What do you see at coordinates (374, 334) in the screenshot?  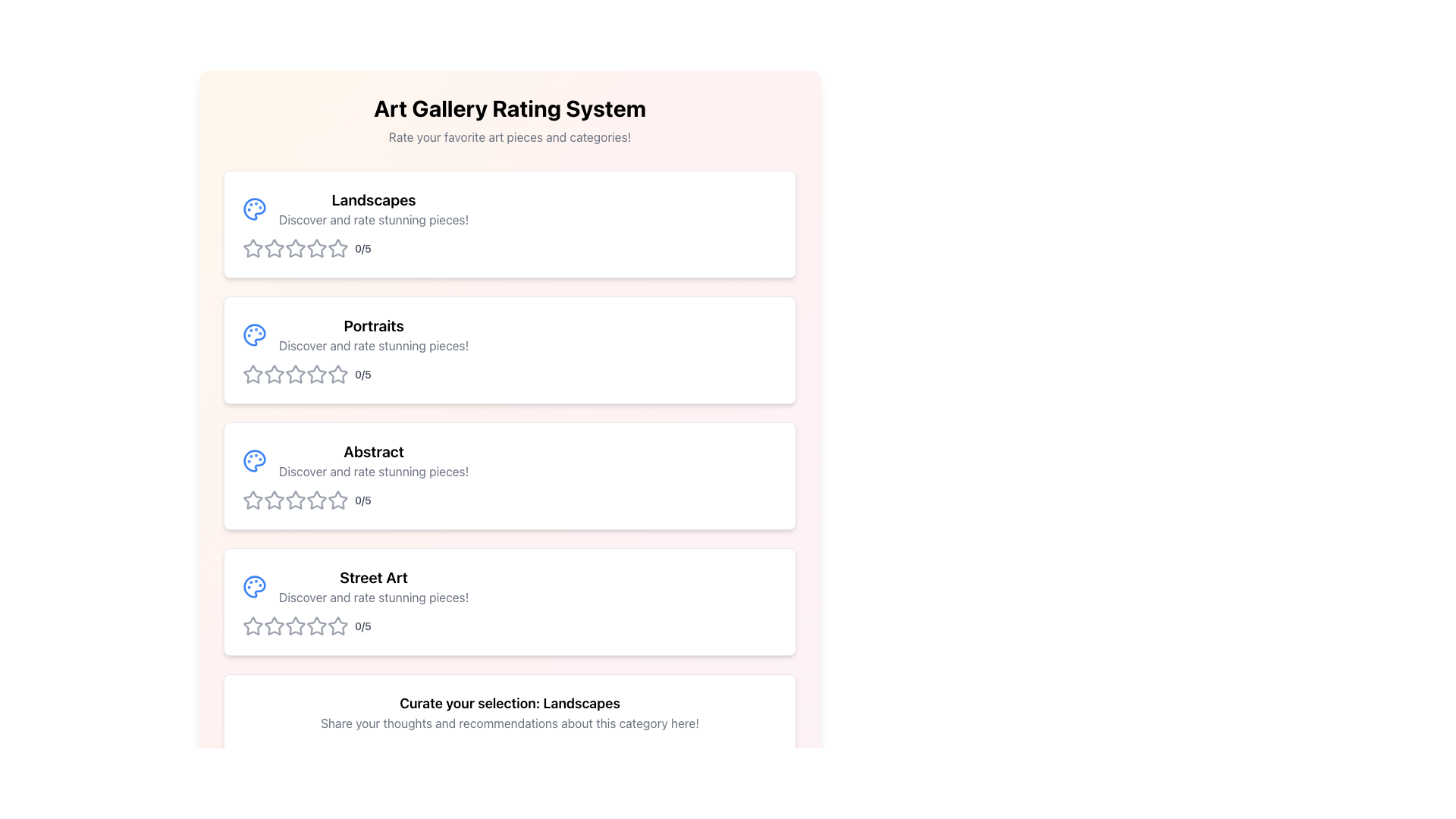 I see `the text block labeled 'Portraits' which includes the header and subtitle, located centrally below the 'Landscapes' row and above the 'Abstract' row` at bounding box center [374, 334].